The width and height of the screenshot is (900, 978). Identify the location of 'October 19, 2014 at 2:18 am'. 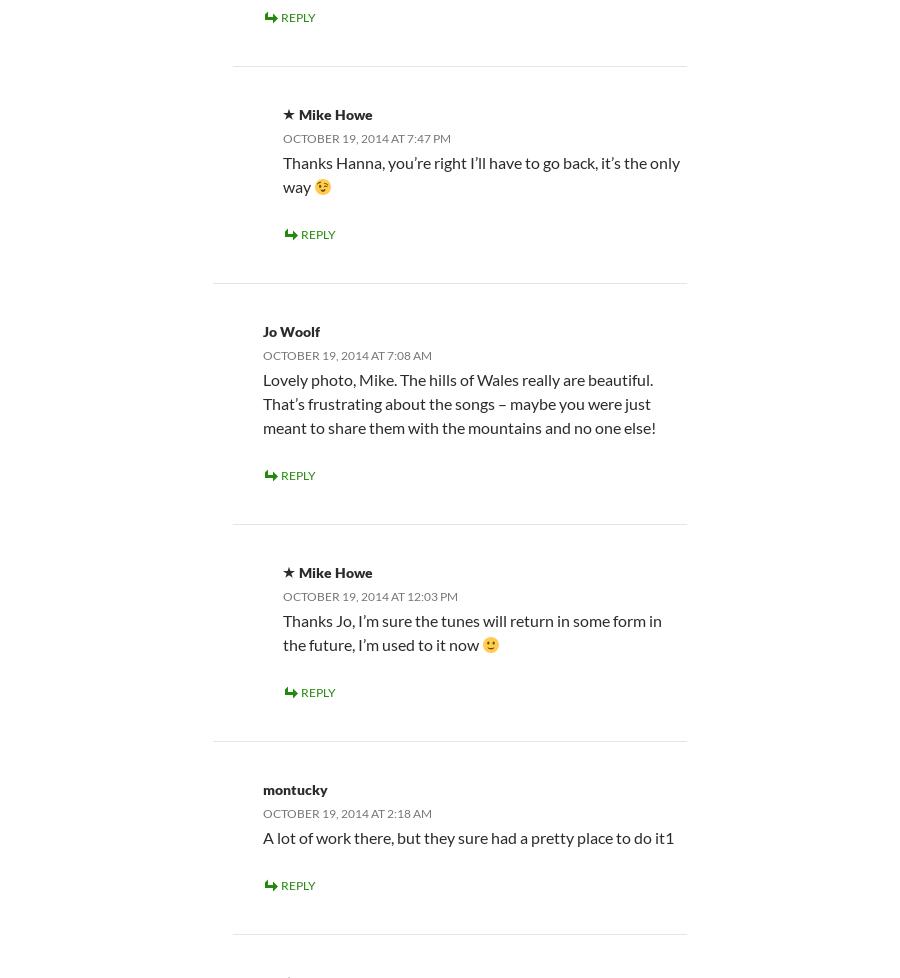
(347, 811).